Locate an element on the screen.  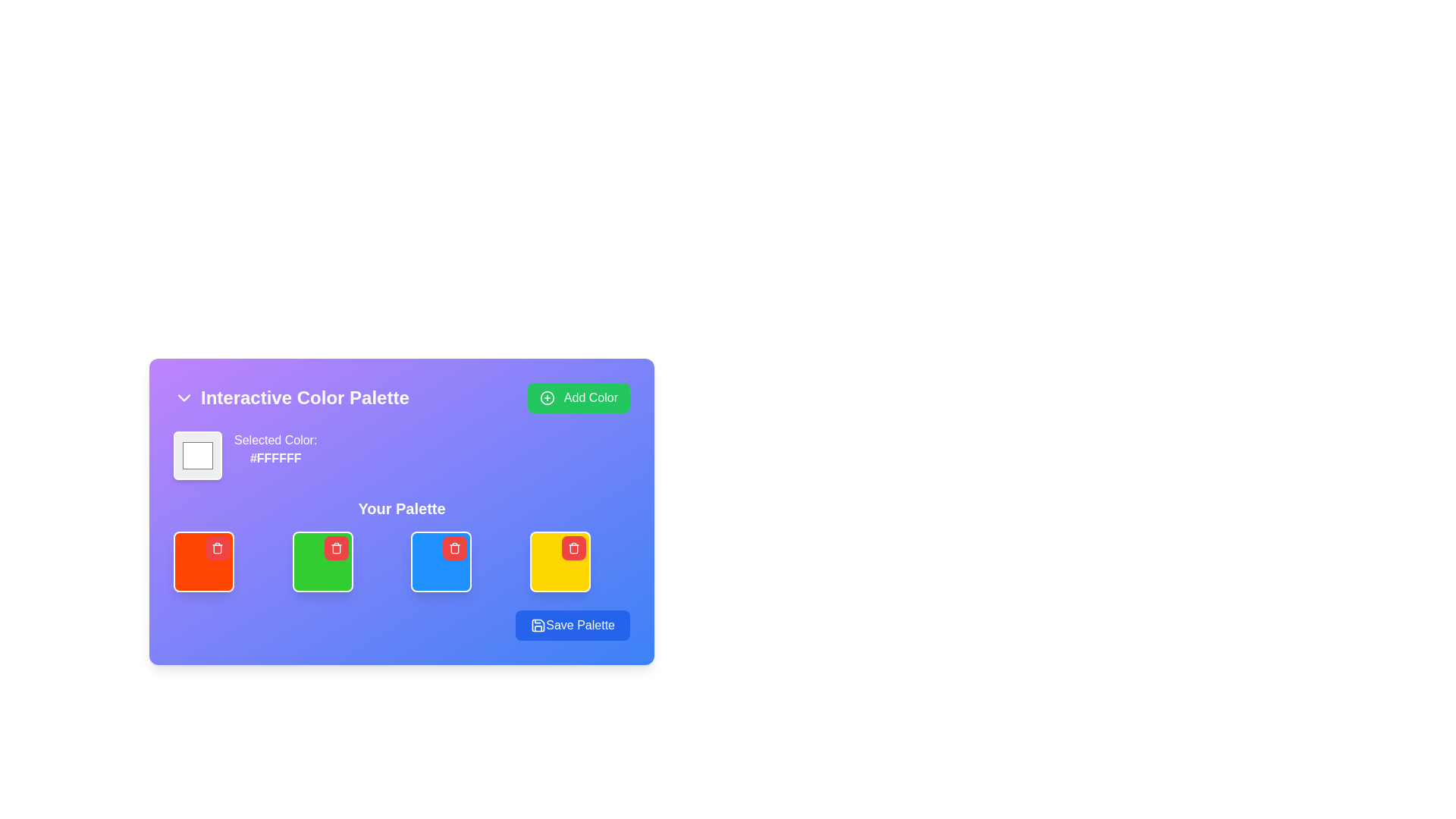
the circular '+' icon located within the 'Add Color' button at the top-right corner of the interactive color palette section is located at coordinates (546, 397).